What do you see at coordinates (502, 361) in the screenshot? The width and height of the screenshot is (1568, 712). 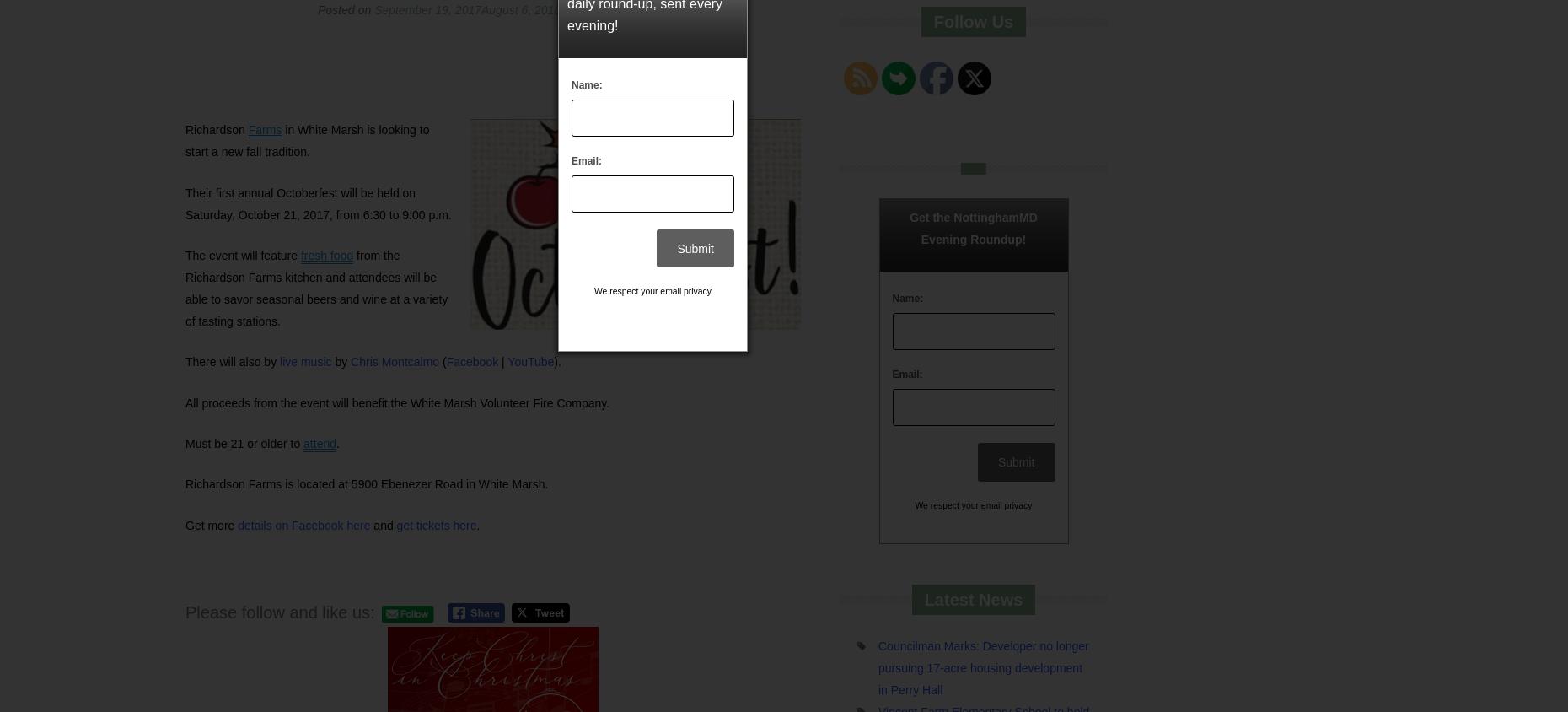 I see `'|'` at bounding box center [502, 361].